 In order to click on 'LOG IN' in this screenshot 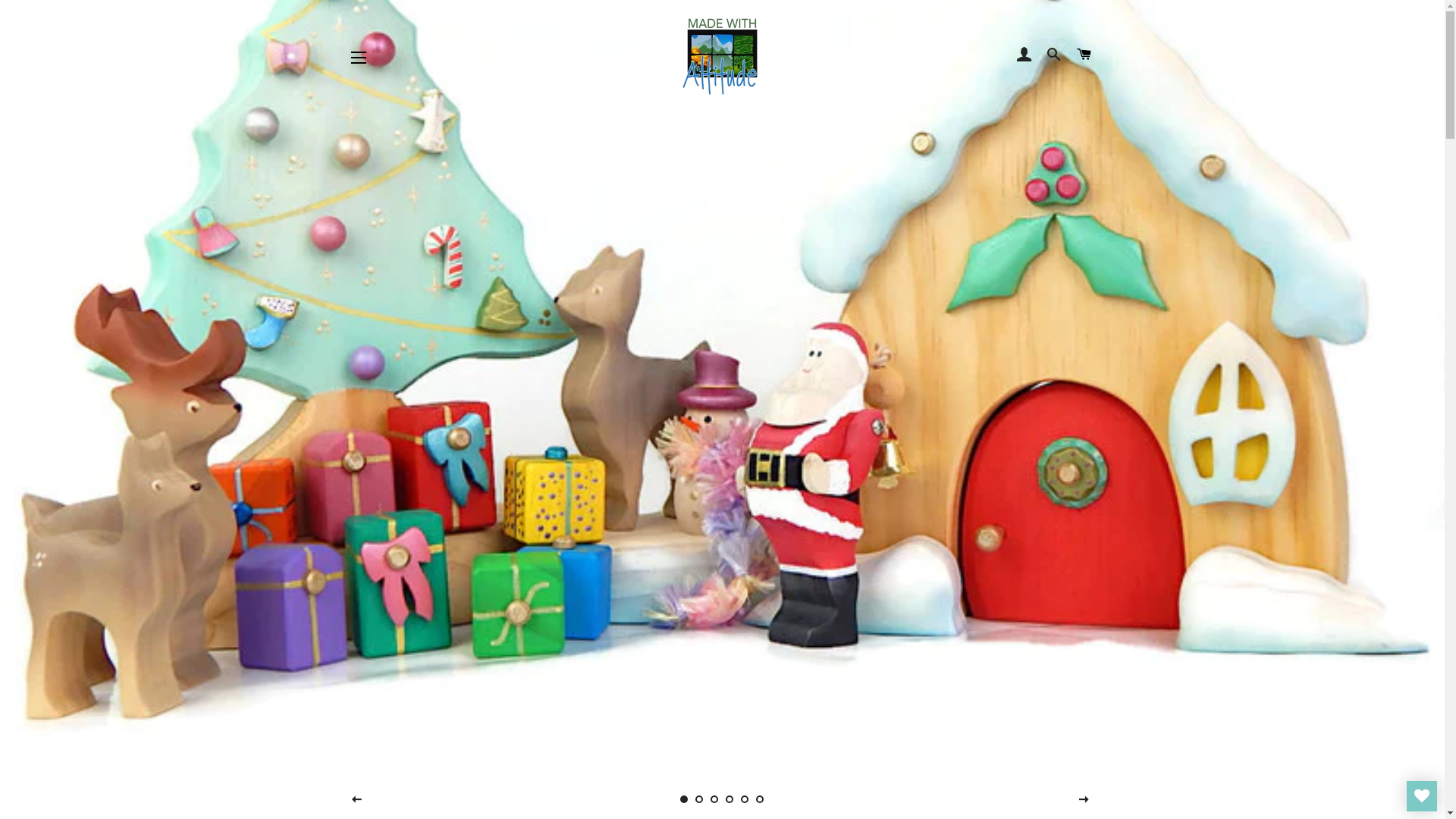, I will do `click(1024, 54)`.